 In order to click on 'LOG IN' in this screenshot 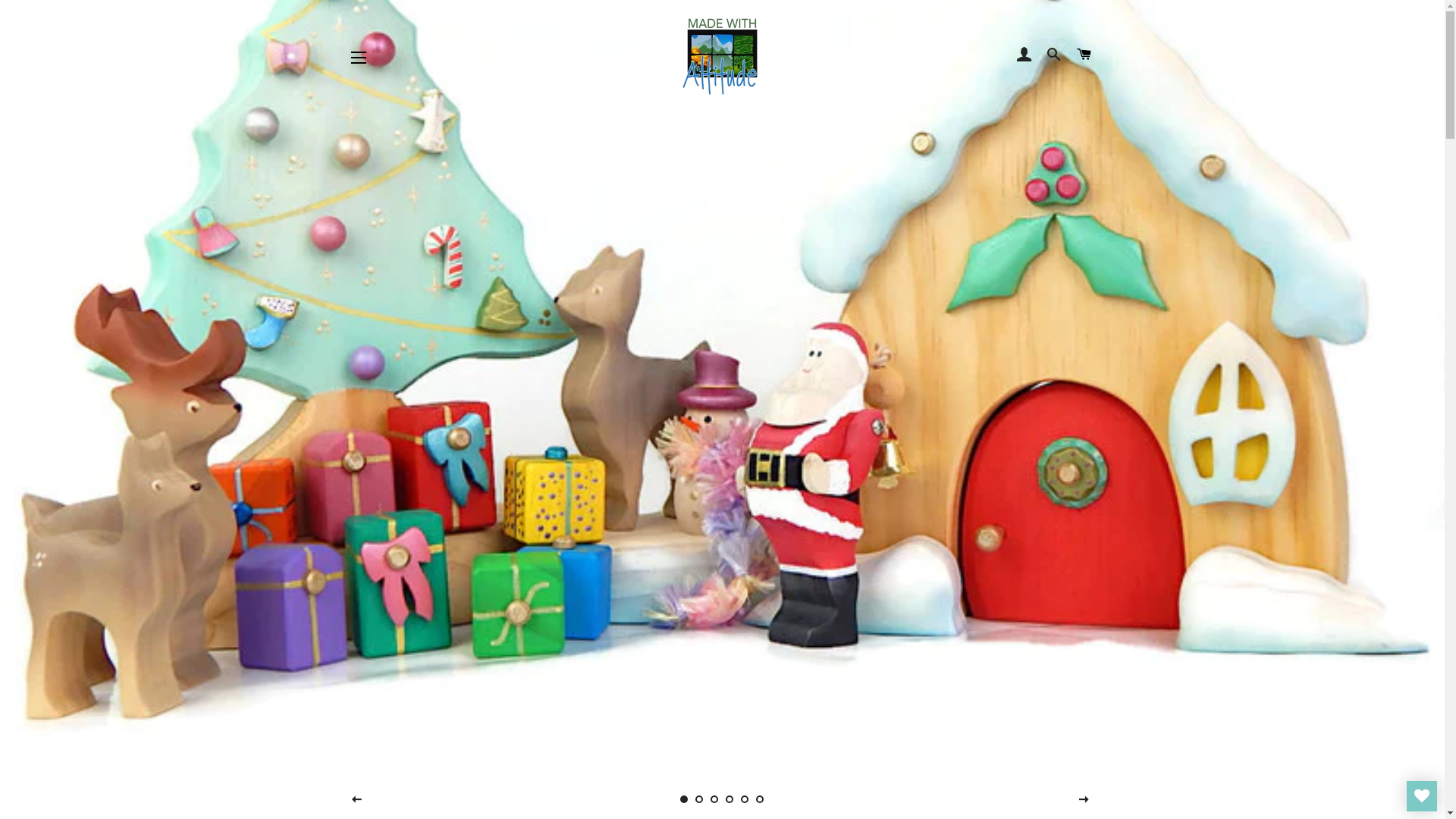, I will do `click(1024, 54)`.